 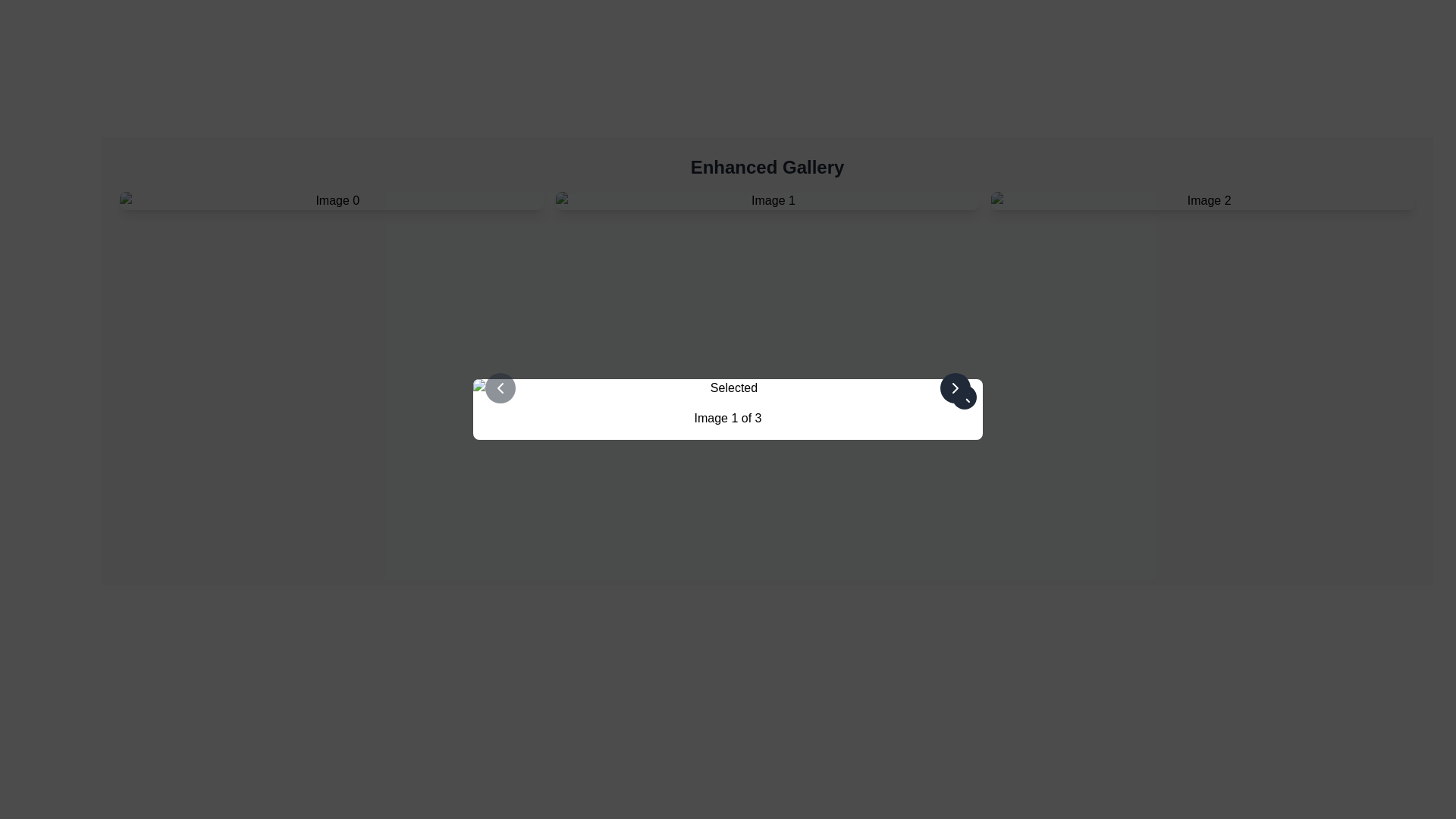 I want to click on the first clickable gallery item displaying the text 'Image 0' with a dark background located on the far left of the grid layout, so click(x=331, y=200).